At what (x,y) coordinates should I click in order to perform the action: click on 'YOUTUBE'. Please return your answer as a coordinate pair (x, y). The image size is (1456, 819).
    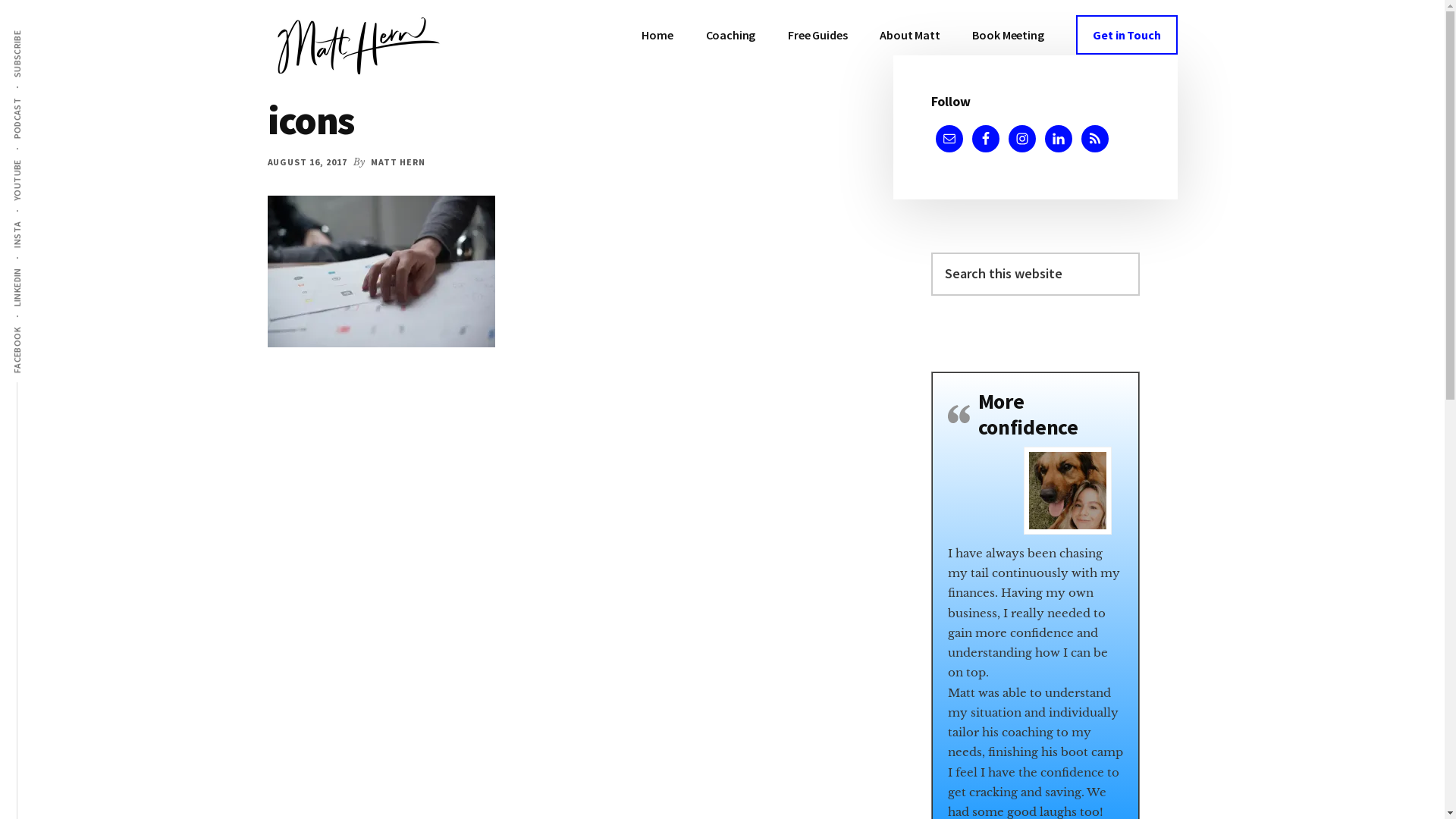
    Looking at the image, I should click on (39, 158).